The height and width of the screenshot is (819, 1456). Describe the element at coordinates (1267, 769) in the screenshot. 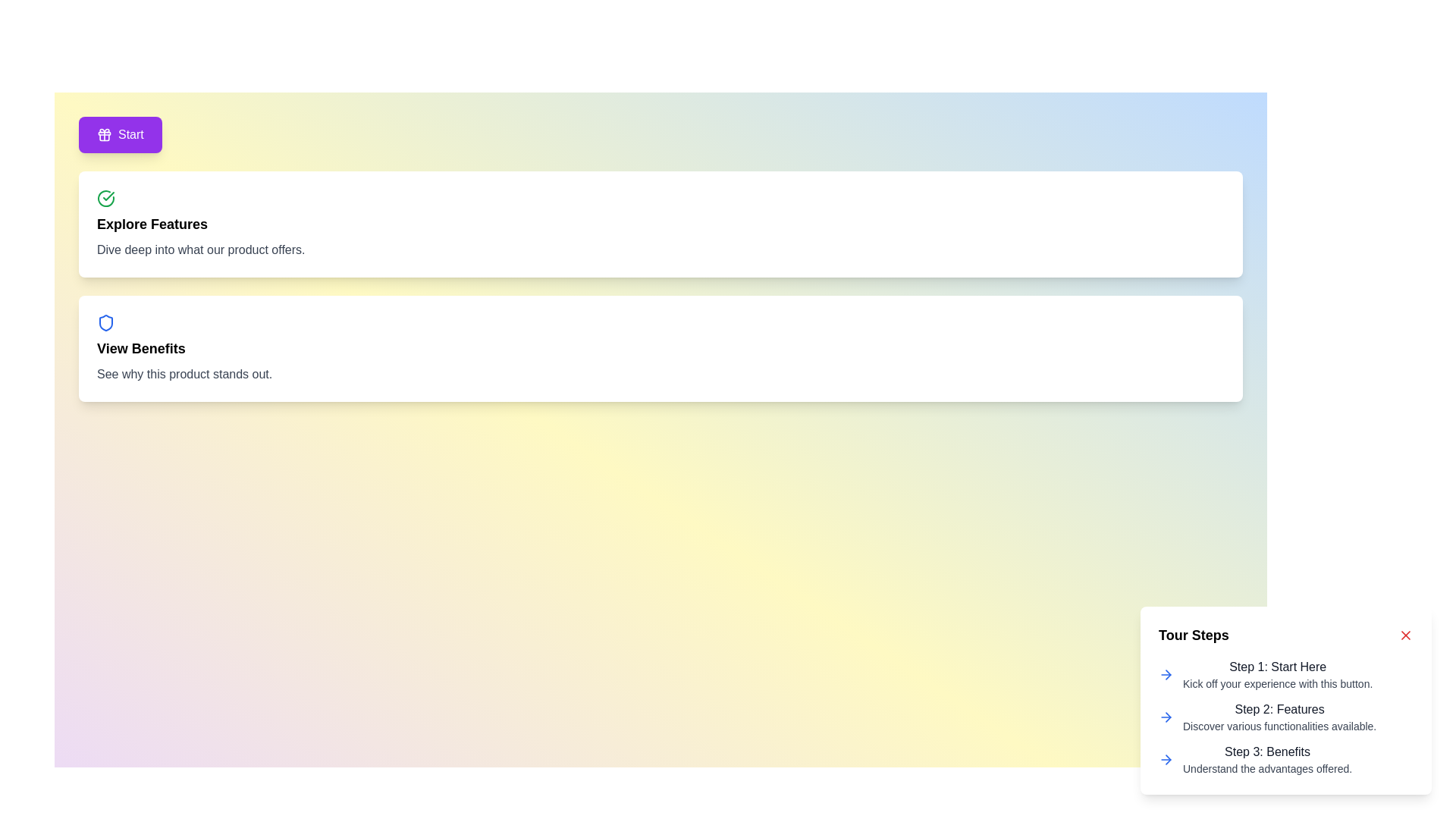

I see `descriptive text label located directly beneath the title 'Step 3: Benefits' in the list of steps titled 'Tour Steps' positioned in the bottom-right corner of the interface` at that location.